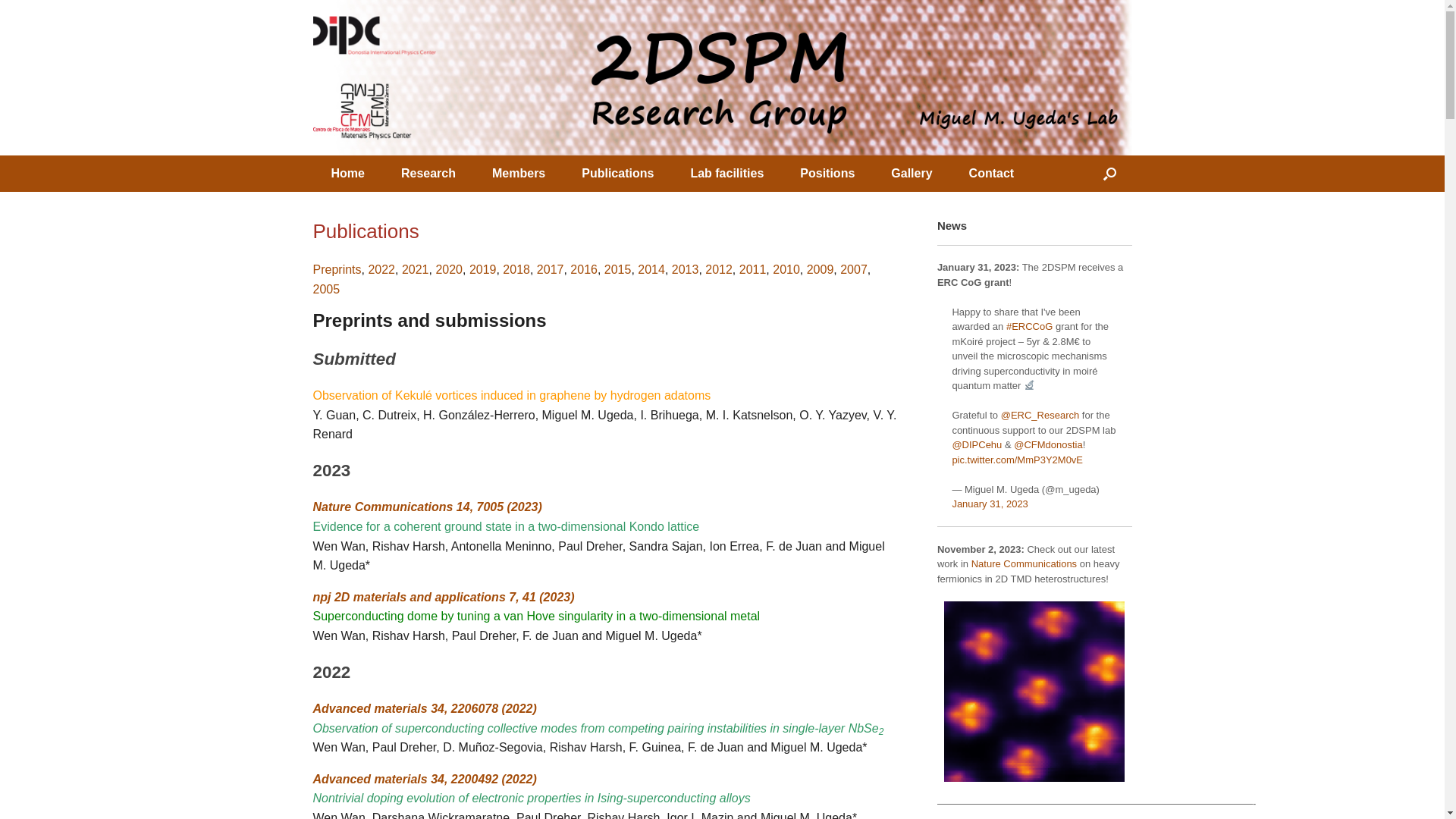  I want to click on 'pic.twitter.com/MmP3Y2M0vE', so click(1017, 458).